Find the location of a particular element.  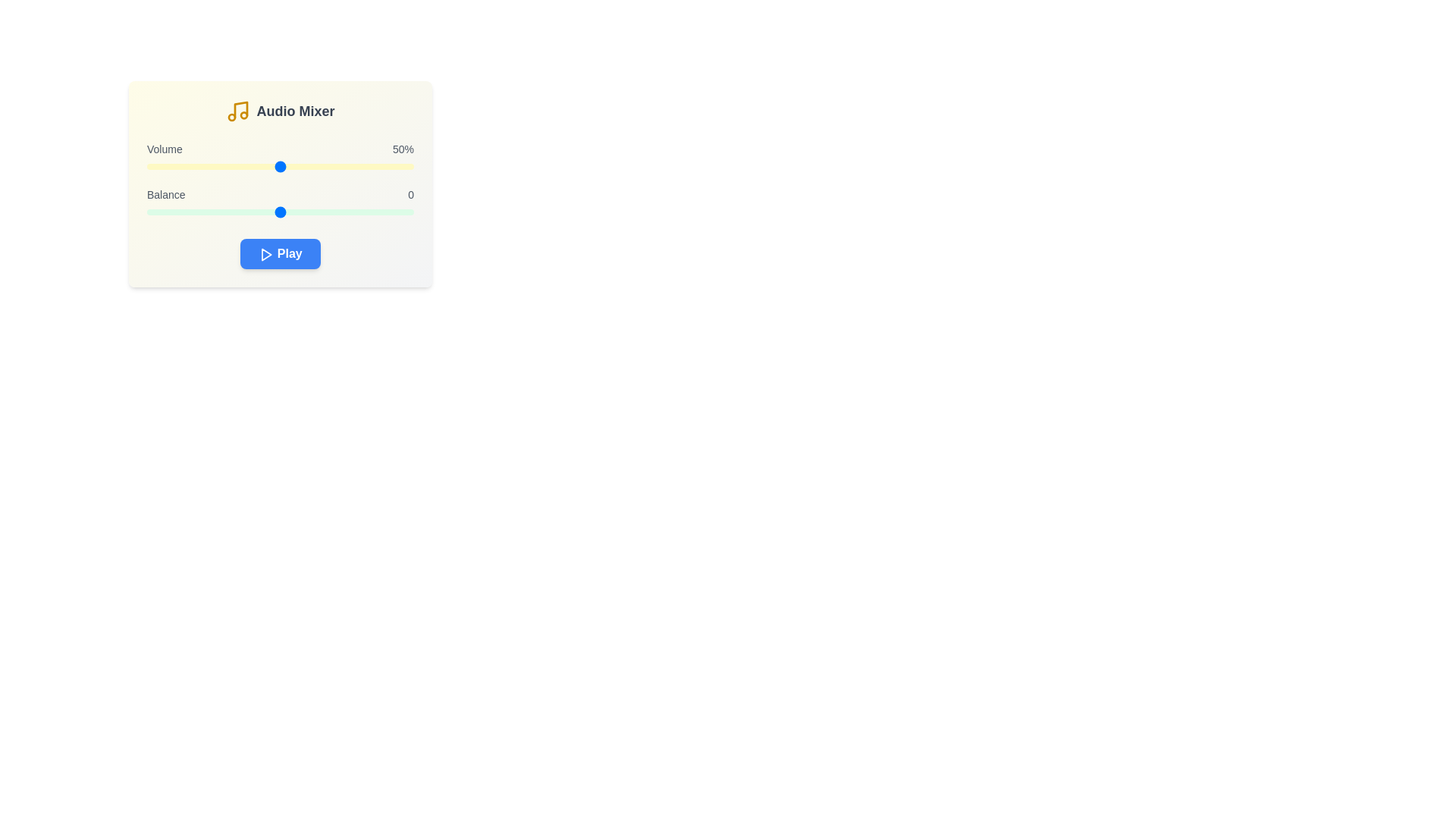

the volume is located at coordinates (297, 166).